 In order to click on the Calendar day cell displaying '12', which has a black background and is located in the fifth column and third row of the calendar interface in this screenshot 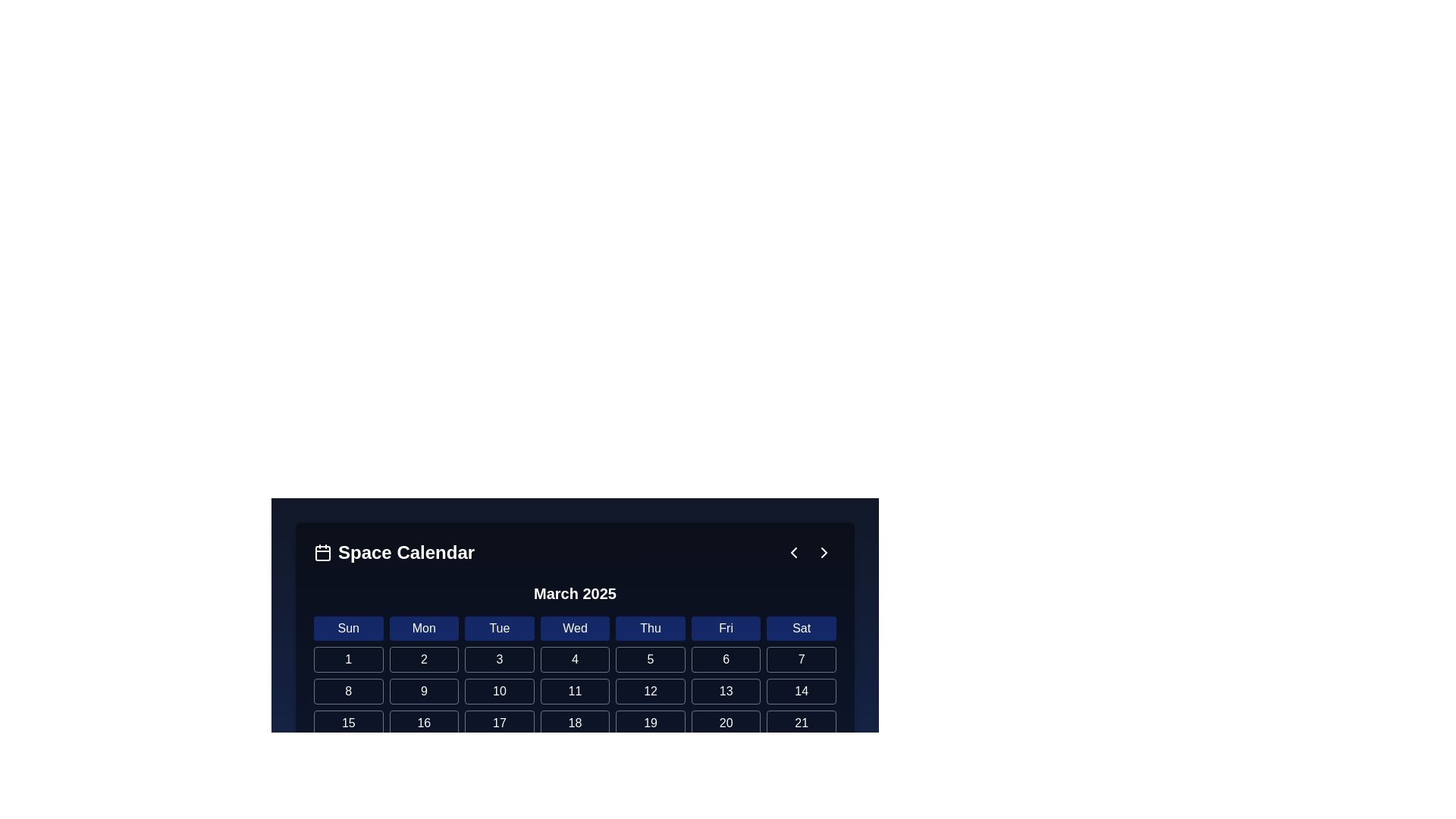, I will do `click(651, 691)`.